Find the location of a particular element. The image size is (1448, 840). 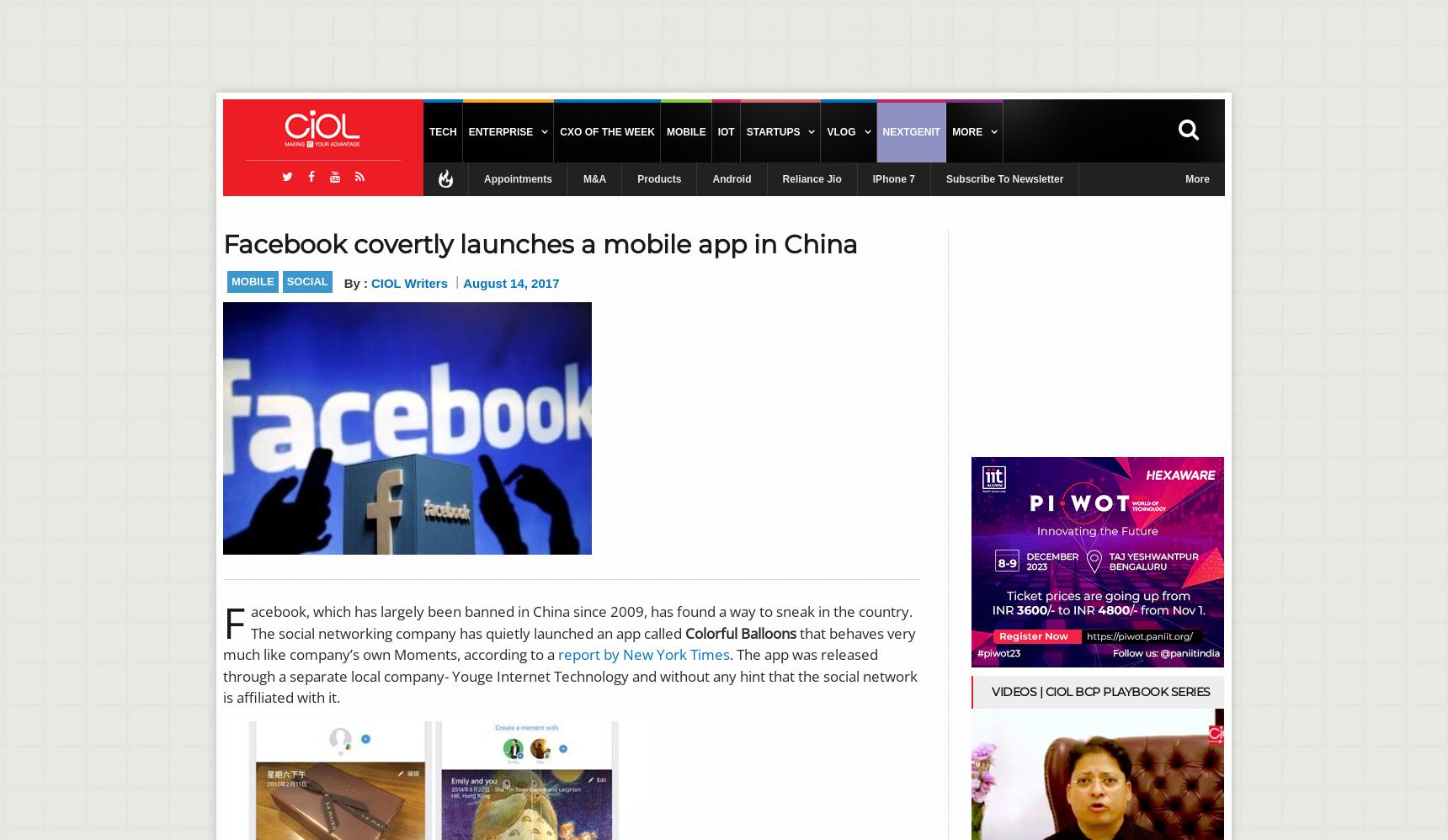

'Facebook, which has largely been banned in China since 2009, has found a way to sneak in the country. The social networking company has quietly launched an app called' is located at coordinates (223, 622).